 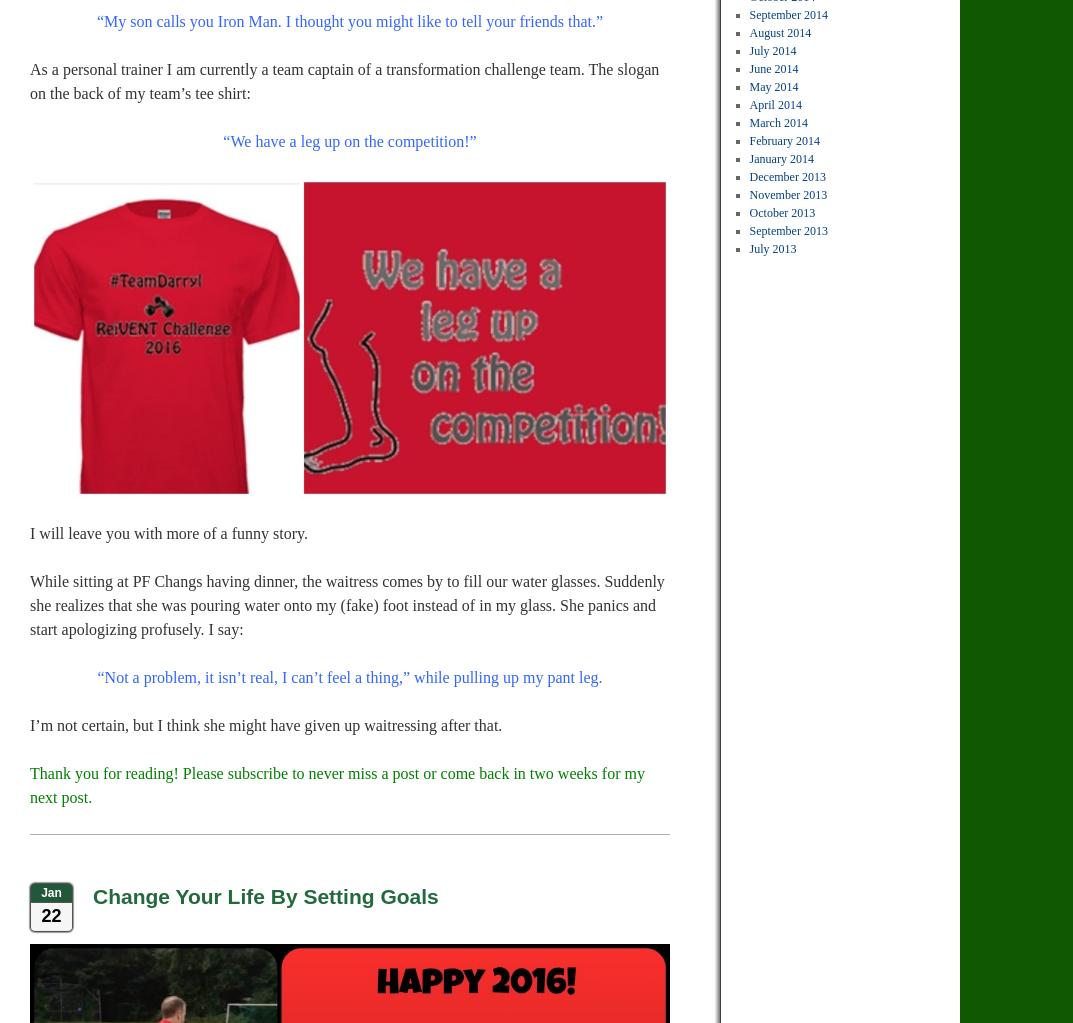 I want to click on 'November 2013', so click(x=788, y=194).